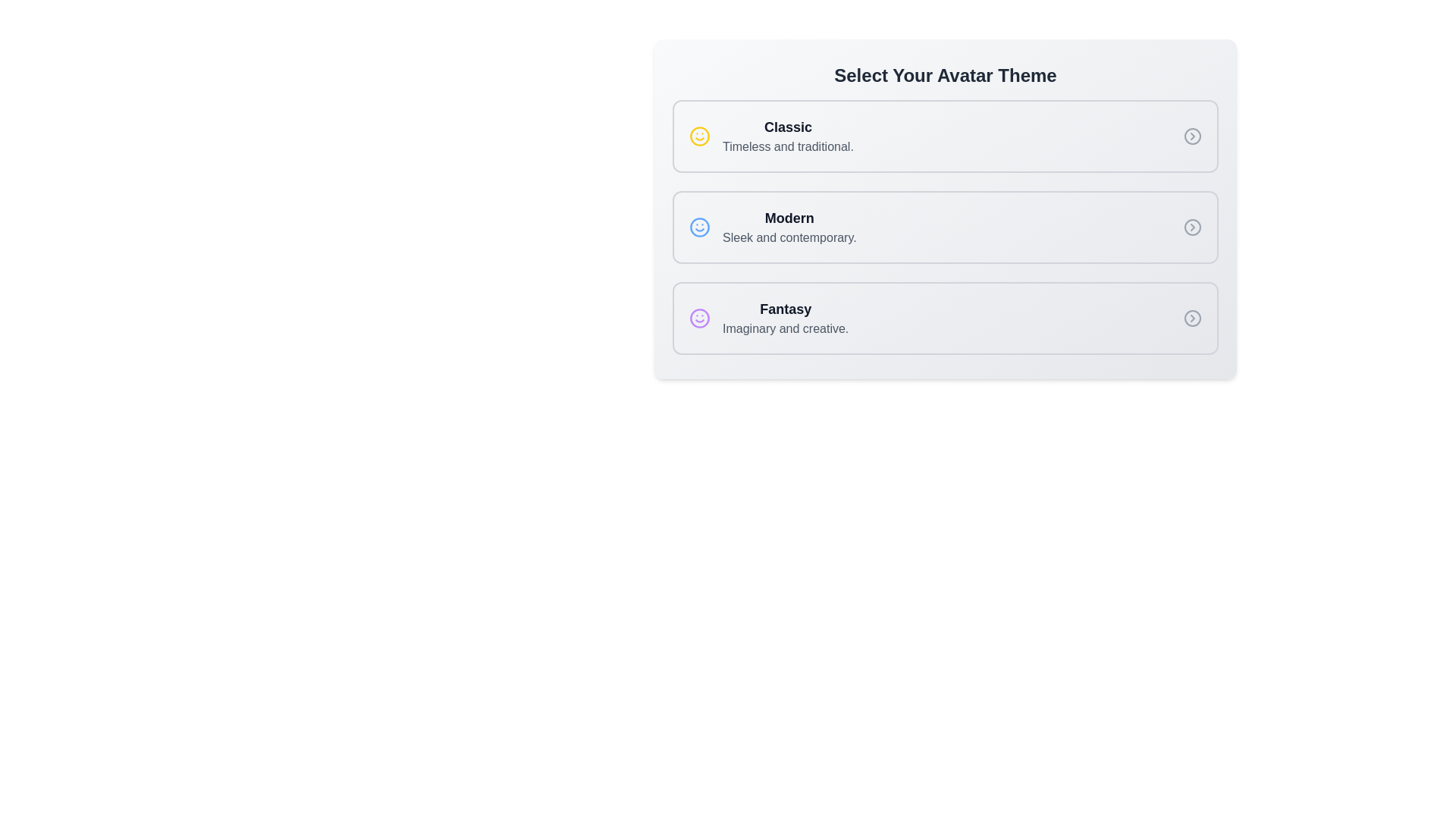 This screenshot has width=1456, height=819. What do you see at coordinates (788, 127) in the screenshot?
I see `the text label displaying 'Classic', which is styled with a bold font and is positioned above the description text 'Timeless and traditional'` at bounding box center [788, 127].